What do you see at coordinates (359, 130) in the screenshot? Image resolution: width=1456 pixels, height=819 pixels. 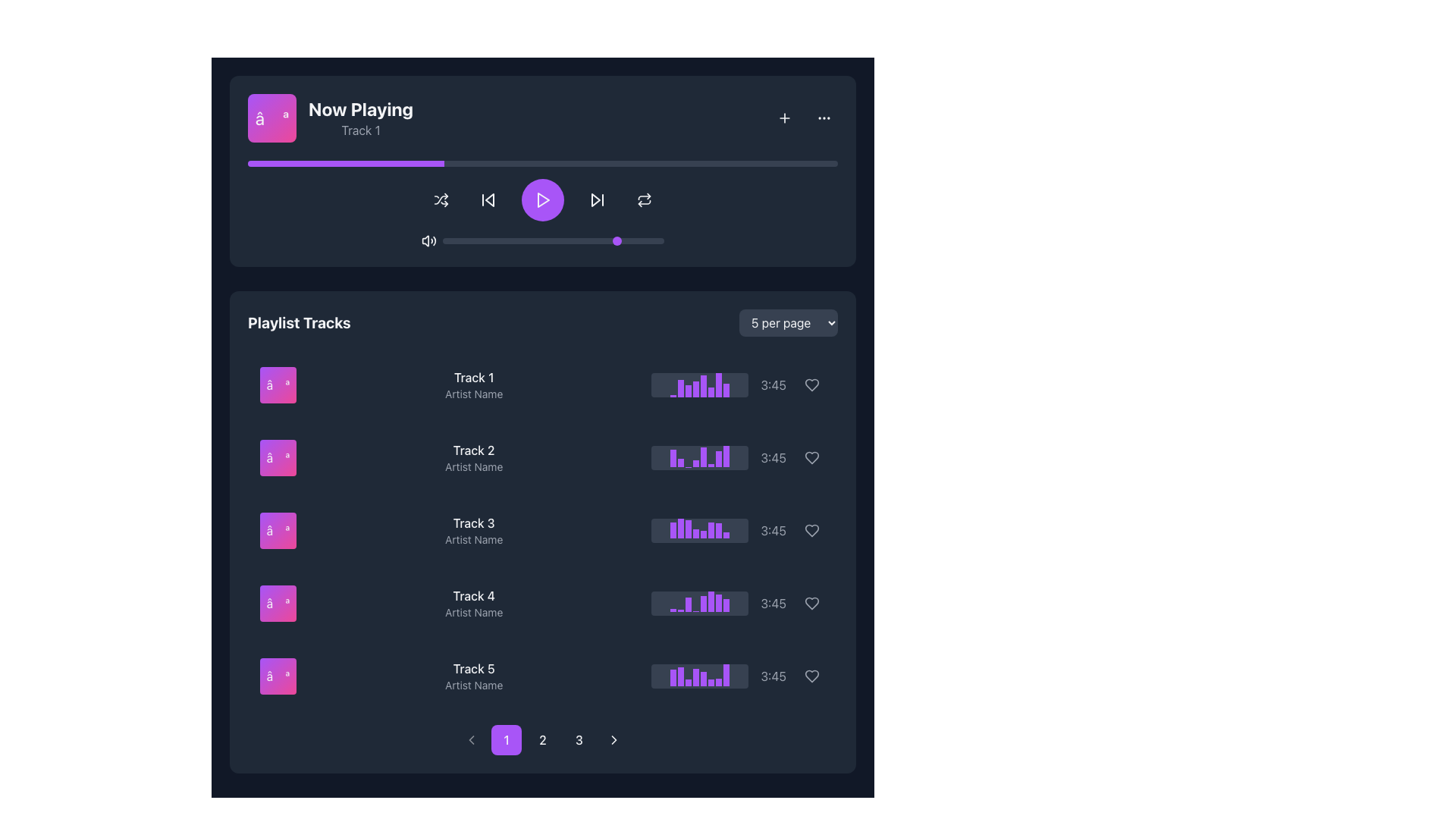 I see `the text label indicating the title or name of the currently playing track, which is located directly beneath the 'Now Playing' title` at bounding box center [359, 130].